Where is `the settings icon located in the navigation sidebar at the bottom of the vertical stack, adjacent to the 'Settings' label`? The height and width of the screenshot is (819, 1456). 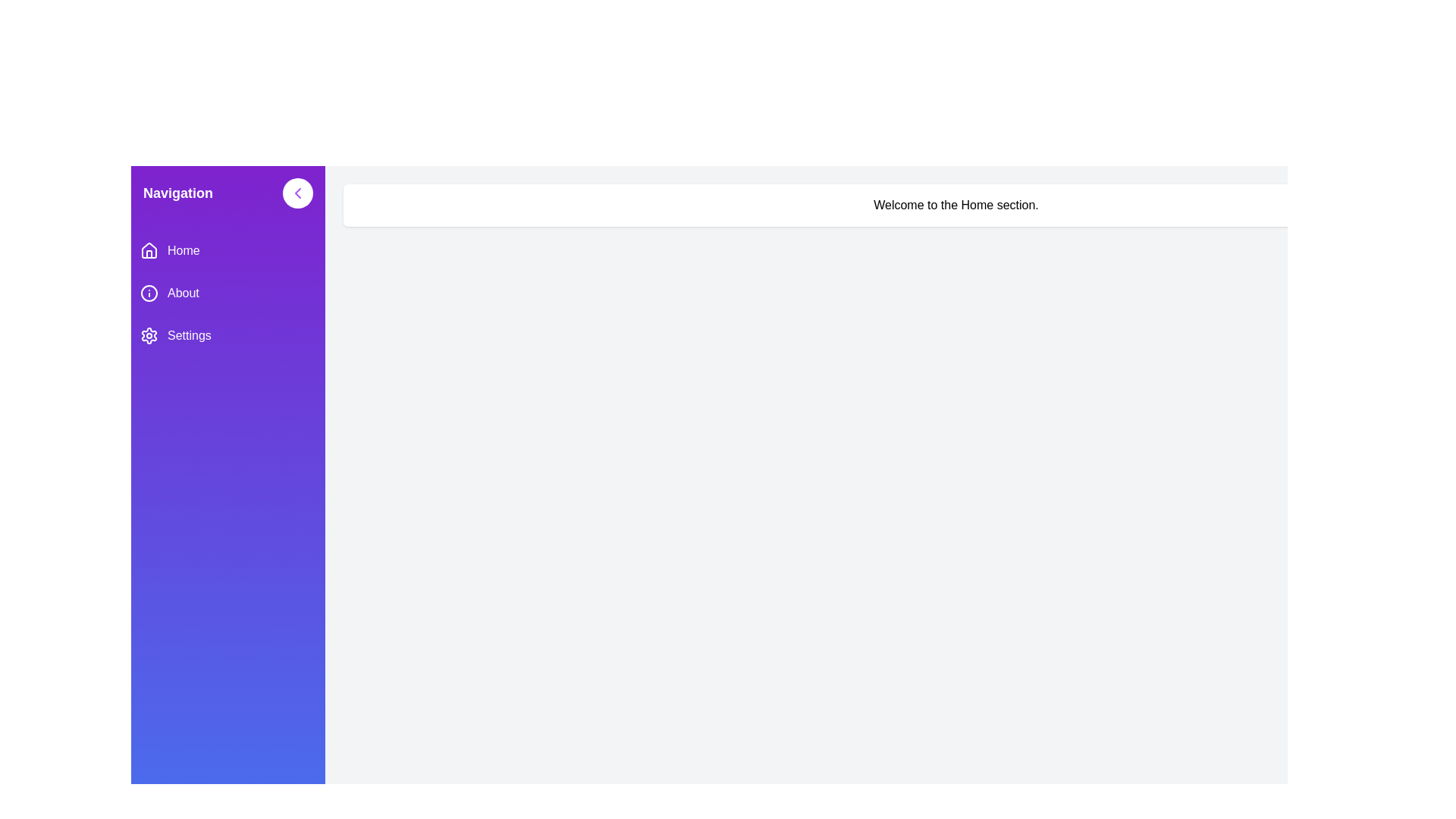
the settings icon located in the navigation sidebar at the bottom of the vertical stack, adjacent to the 'Settings' label is located at coordinates (149, 335).